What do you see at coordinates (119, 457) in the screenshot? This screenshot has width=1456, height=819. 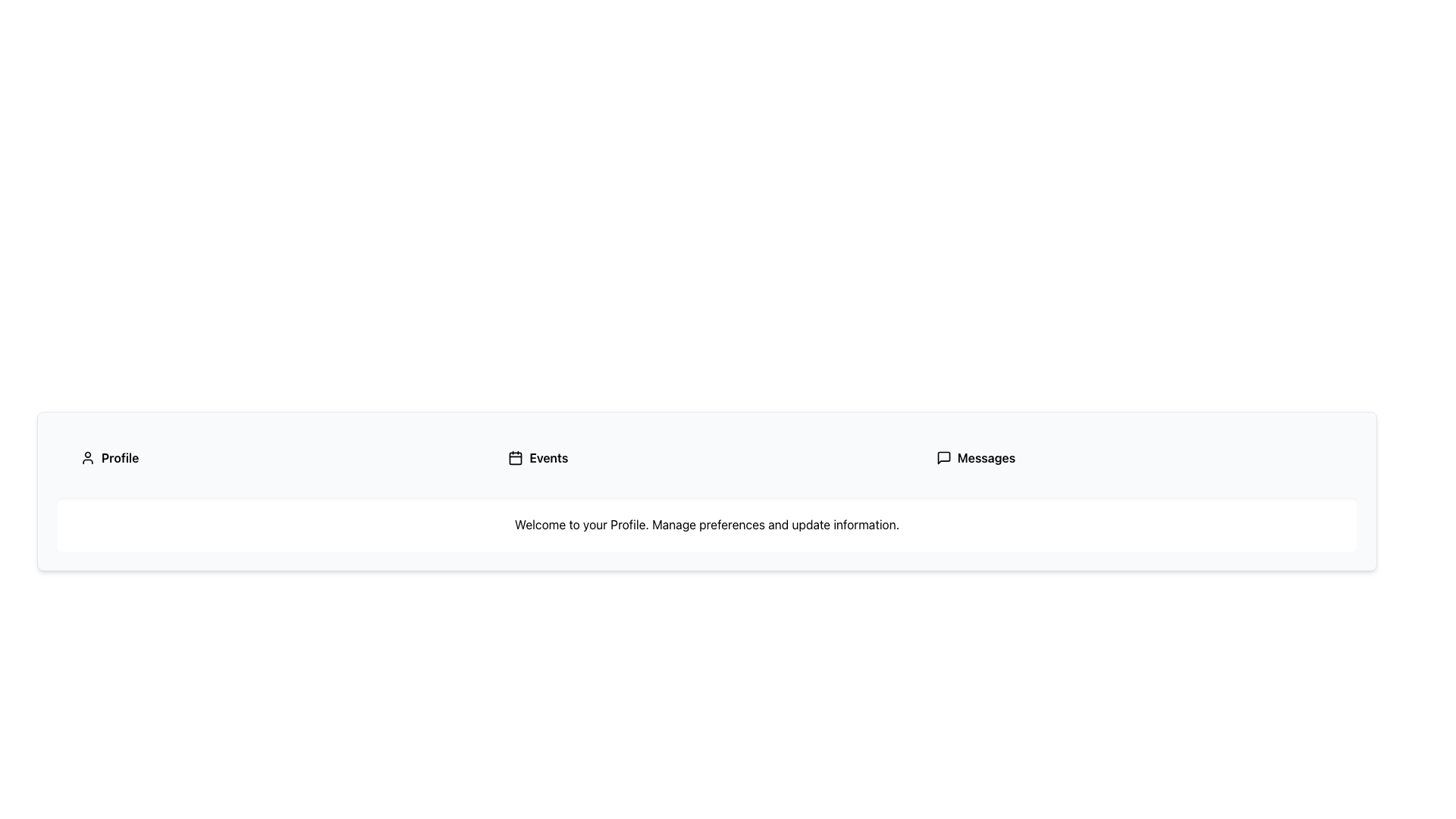 I see `the 'Profile' text label` at bounding box center [119, 457].